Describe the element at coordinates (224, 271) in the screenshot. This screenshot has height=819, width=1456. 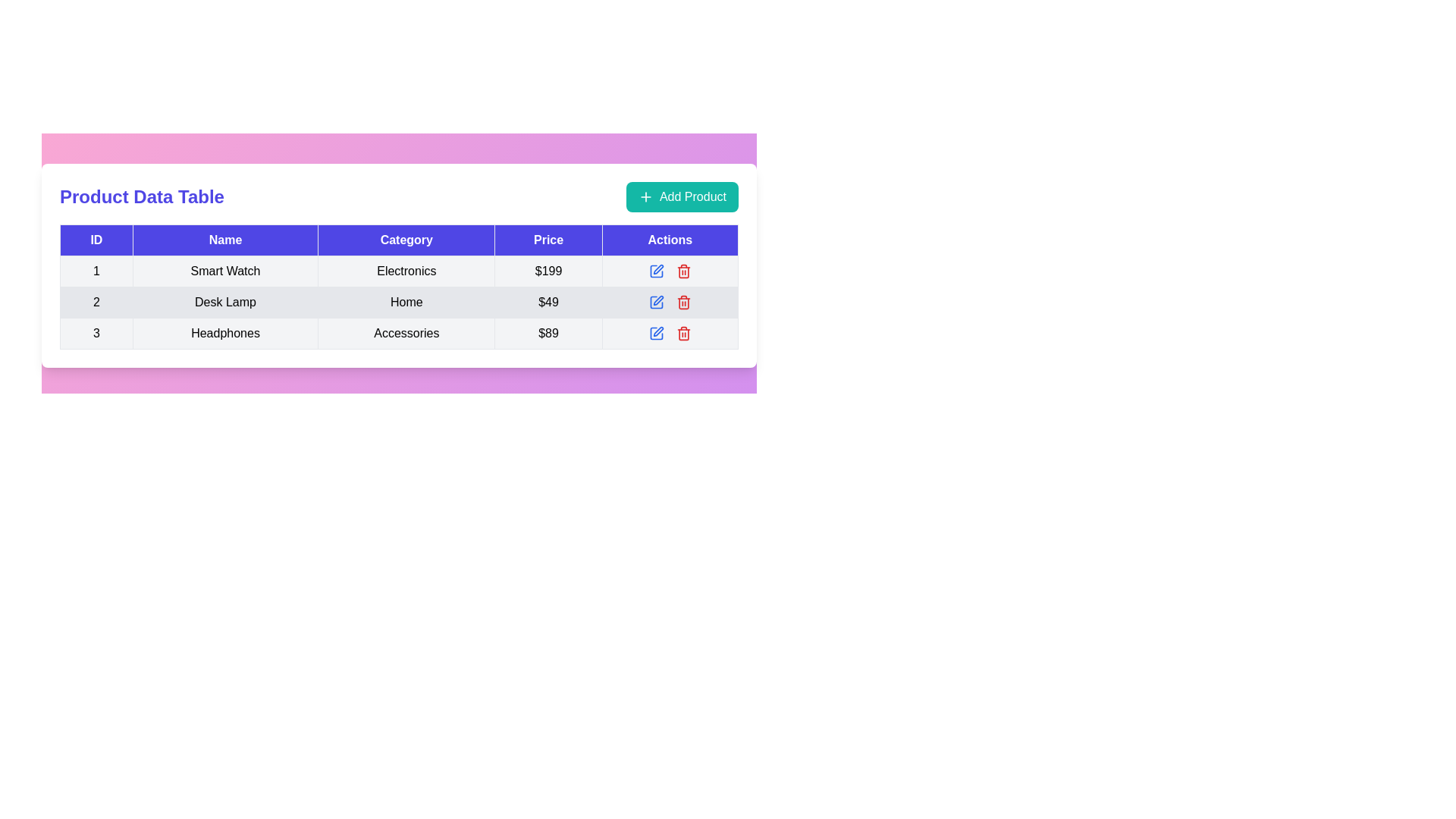
I see `text 'Smart Watch' from the table cell located in the second column of the first row, which has a grayish background` at that location.